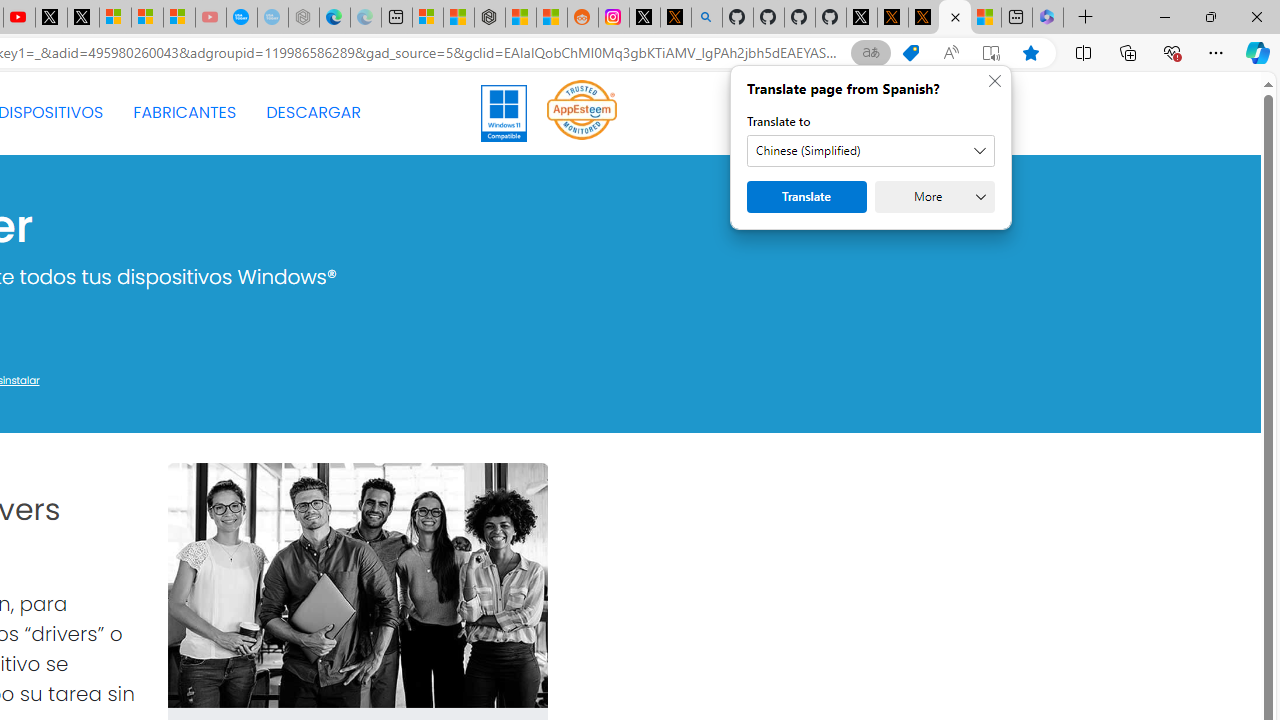 This screenshot has height=720, width=1280. What do you see at coordinates (551, 17) in the screenshot?
I see `'Shanghai, China Weather trends | Microsoft Weather'` at bounding box center [551, 17].